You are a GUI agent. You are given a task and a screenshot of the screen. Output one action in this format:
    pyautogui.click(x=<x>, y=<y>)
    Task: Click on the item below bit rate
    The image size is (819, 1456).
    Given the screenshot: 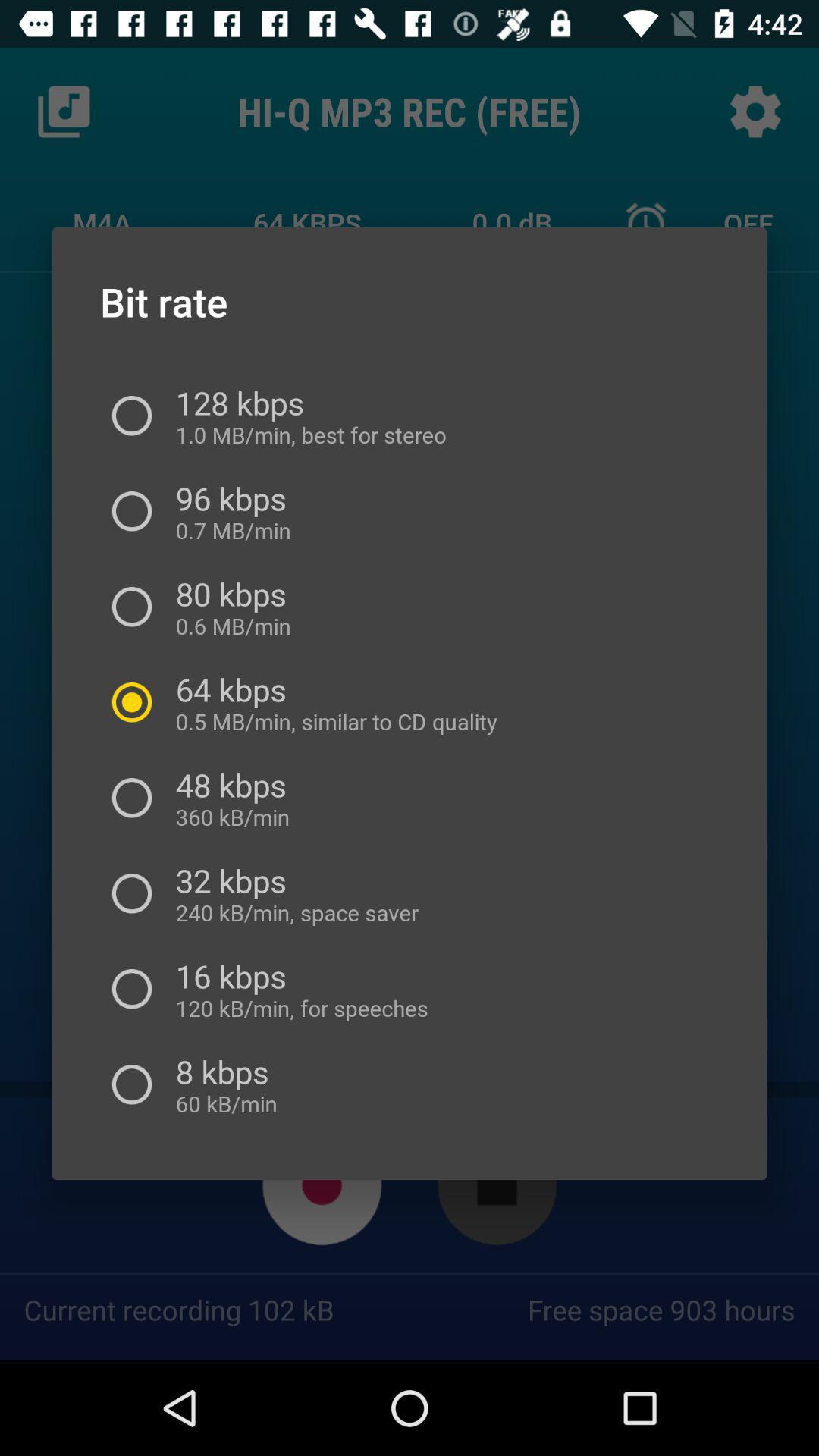 What is the action you would take?
    pyautogui.click(x=305, y=416)
    